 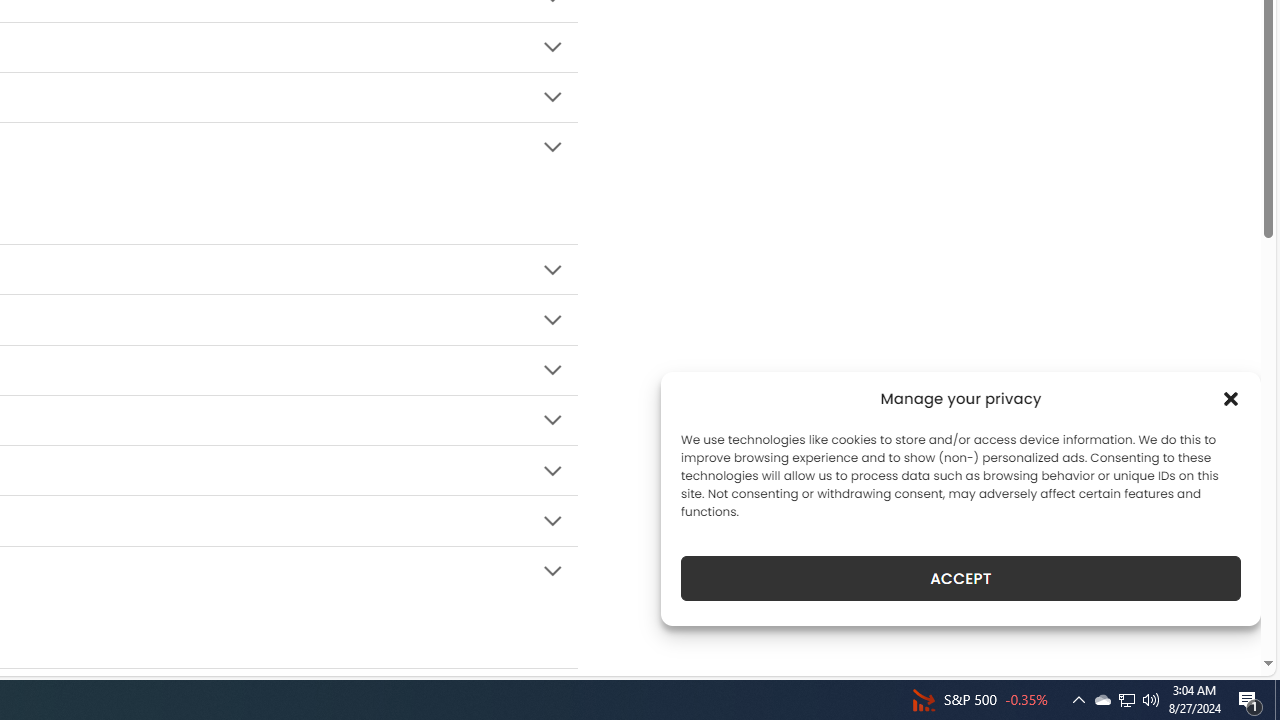 What do you see at coordinates (961, 578) in the screenshot?
I see `'ACCEPT'` at bounding box center [961, 578].